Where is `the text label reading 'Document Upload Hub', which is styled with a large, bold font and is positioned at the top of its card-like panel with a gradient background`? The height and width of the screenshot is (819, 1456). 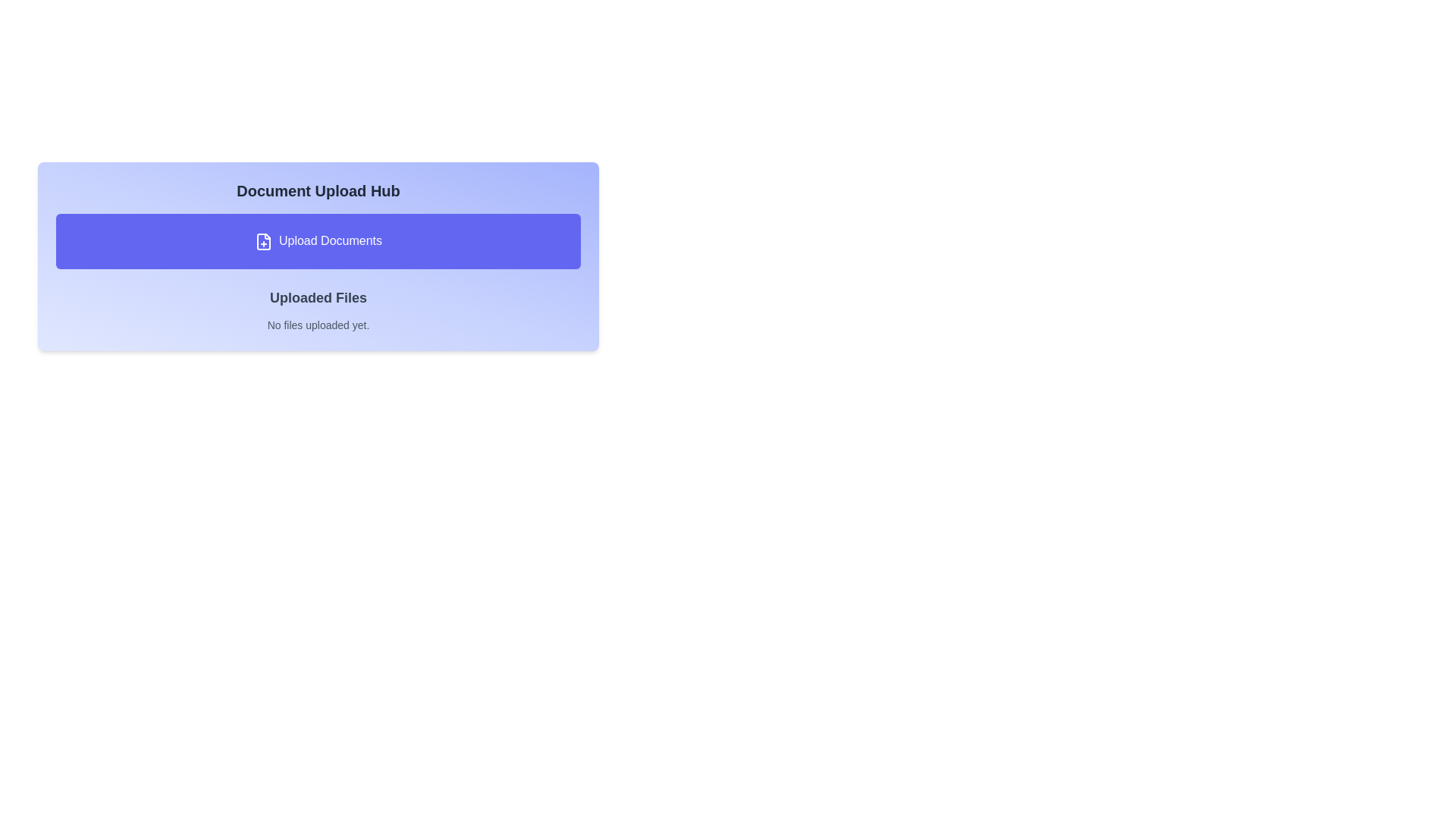
the text label reading 'Document Upload Hub', which is styled with a large, bold font and is positioned at the top of its card-like panel with a gradient background is located at coordinates (318, 190).